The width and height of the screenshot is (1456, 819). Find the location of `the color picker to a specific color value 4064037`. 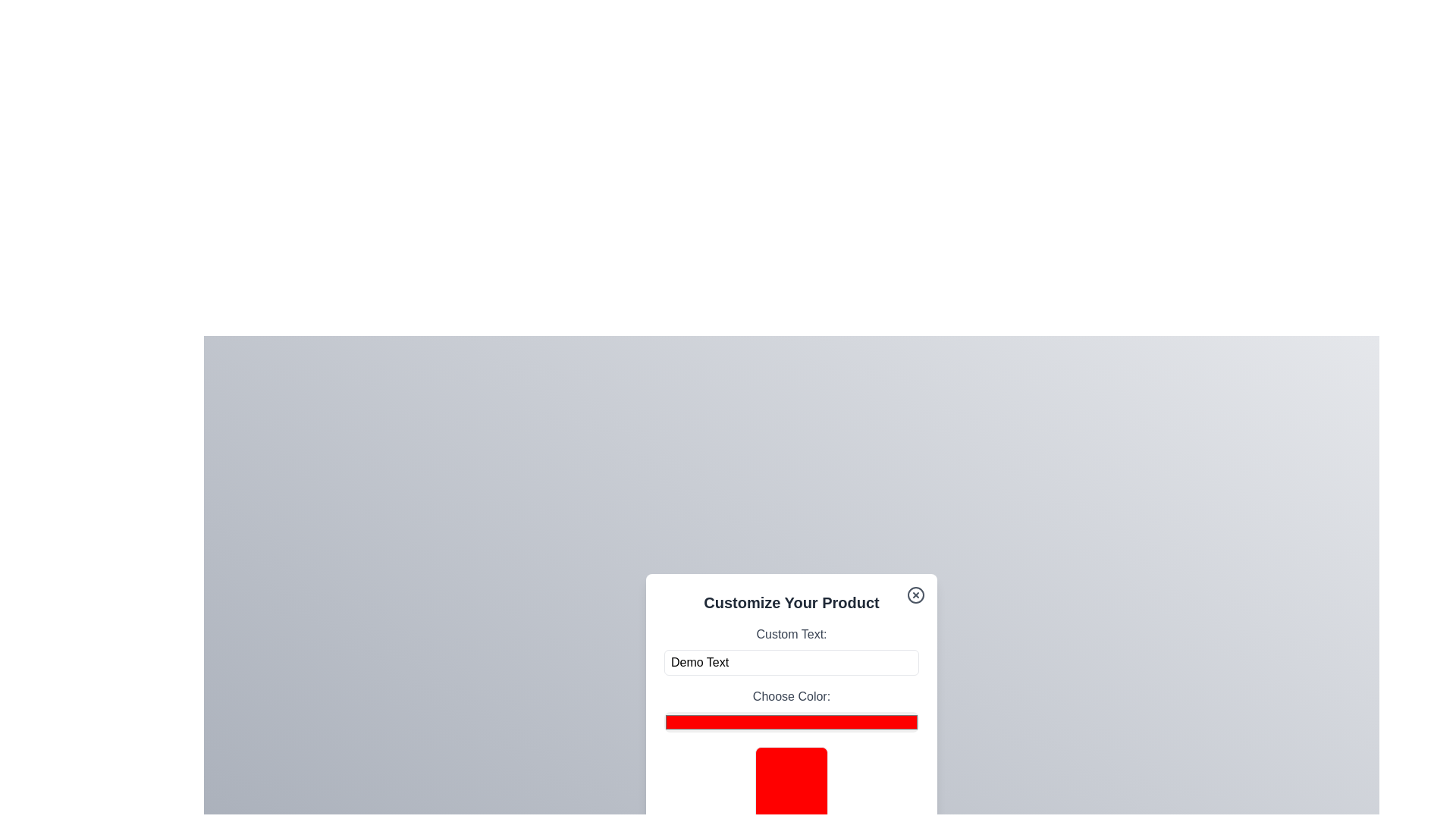

the color picker to a specific color value 4064037 is located at coordinates (790, 721).